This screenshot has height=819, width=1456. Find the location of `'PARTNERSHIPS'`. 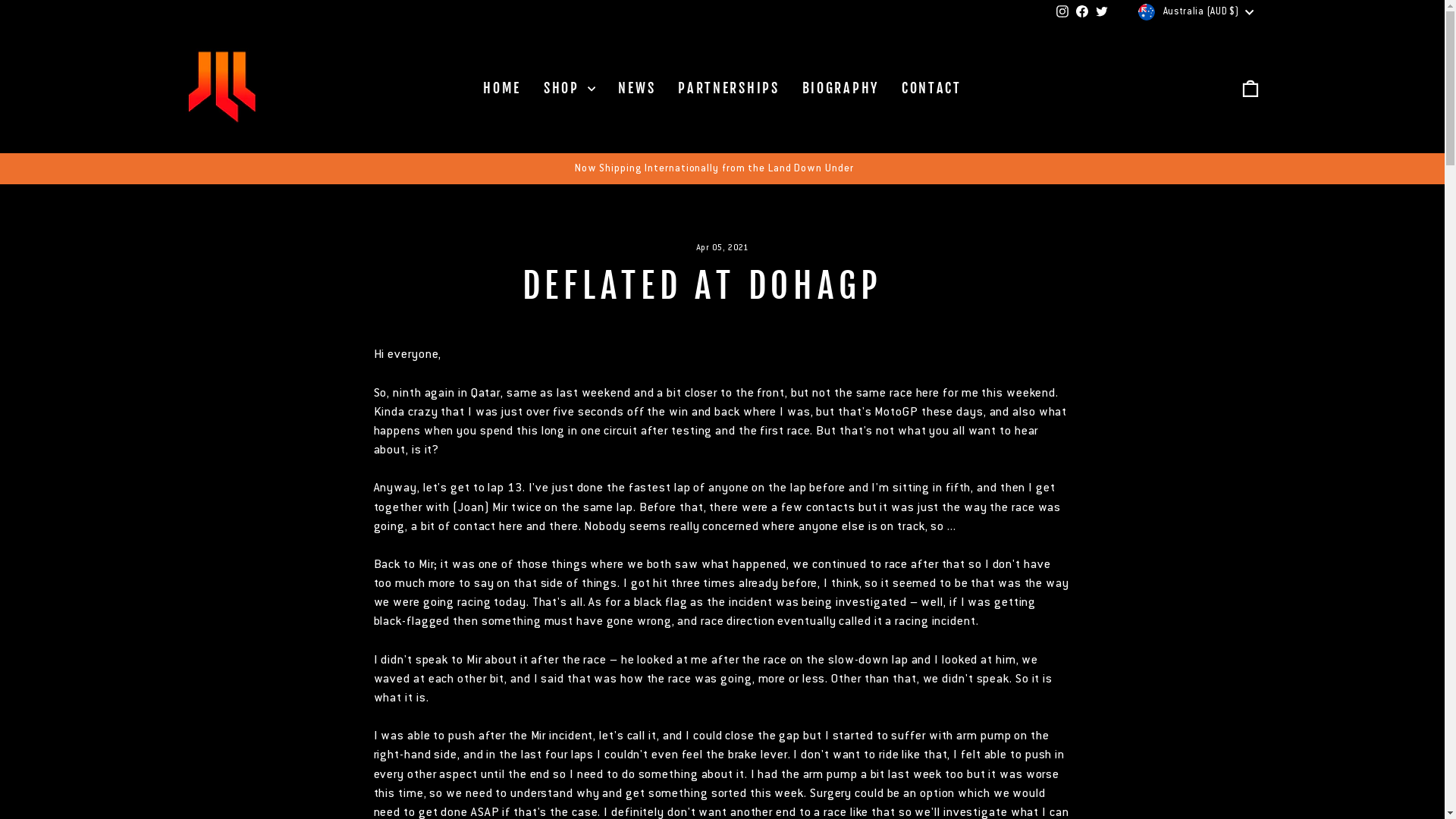

'PARTNERSHIPS' is located at coordinates (728, 89).